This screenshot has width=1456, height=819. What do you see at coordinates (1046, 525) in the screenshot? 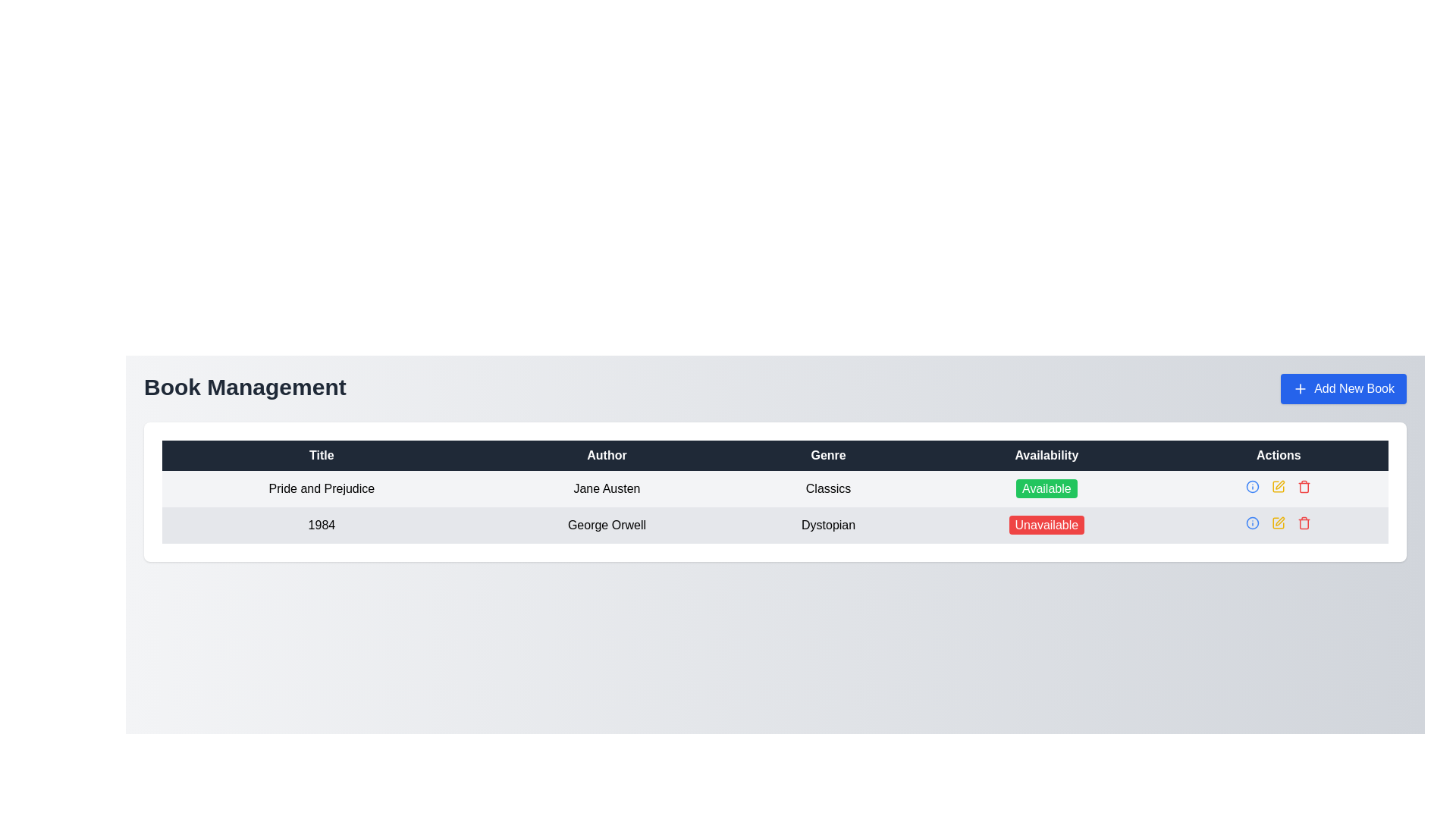
I see `the 'Unavailable' status button in the 'Availability' column of the second row for the book '1984' by George Orwell` at bounding box center [1046, 525].